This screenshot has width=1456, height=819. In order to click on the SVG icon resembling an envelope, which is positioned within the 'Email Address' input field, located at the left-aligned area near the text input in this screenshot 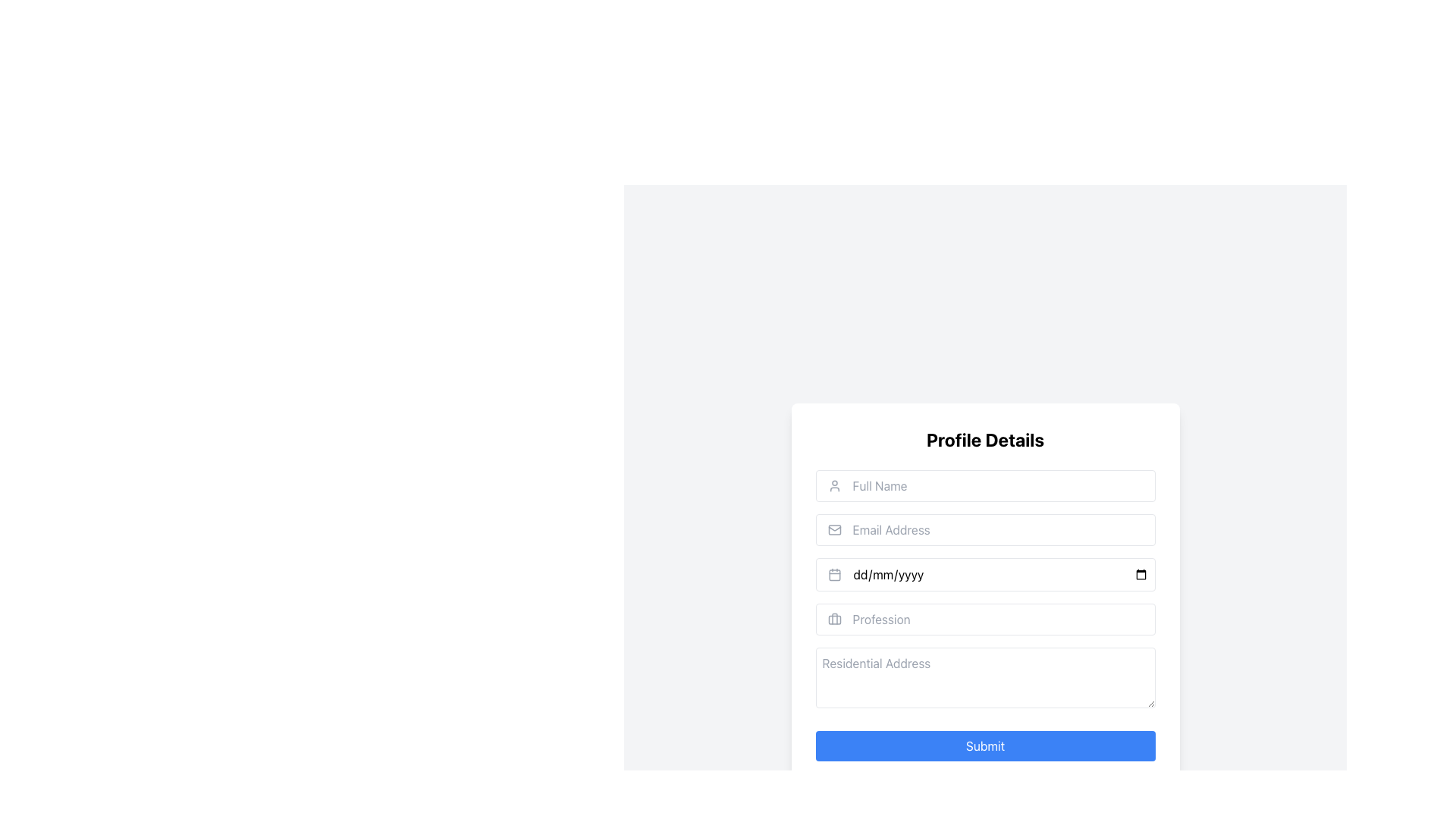, I will do `click(833, 529)`.